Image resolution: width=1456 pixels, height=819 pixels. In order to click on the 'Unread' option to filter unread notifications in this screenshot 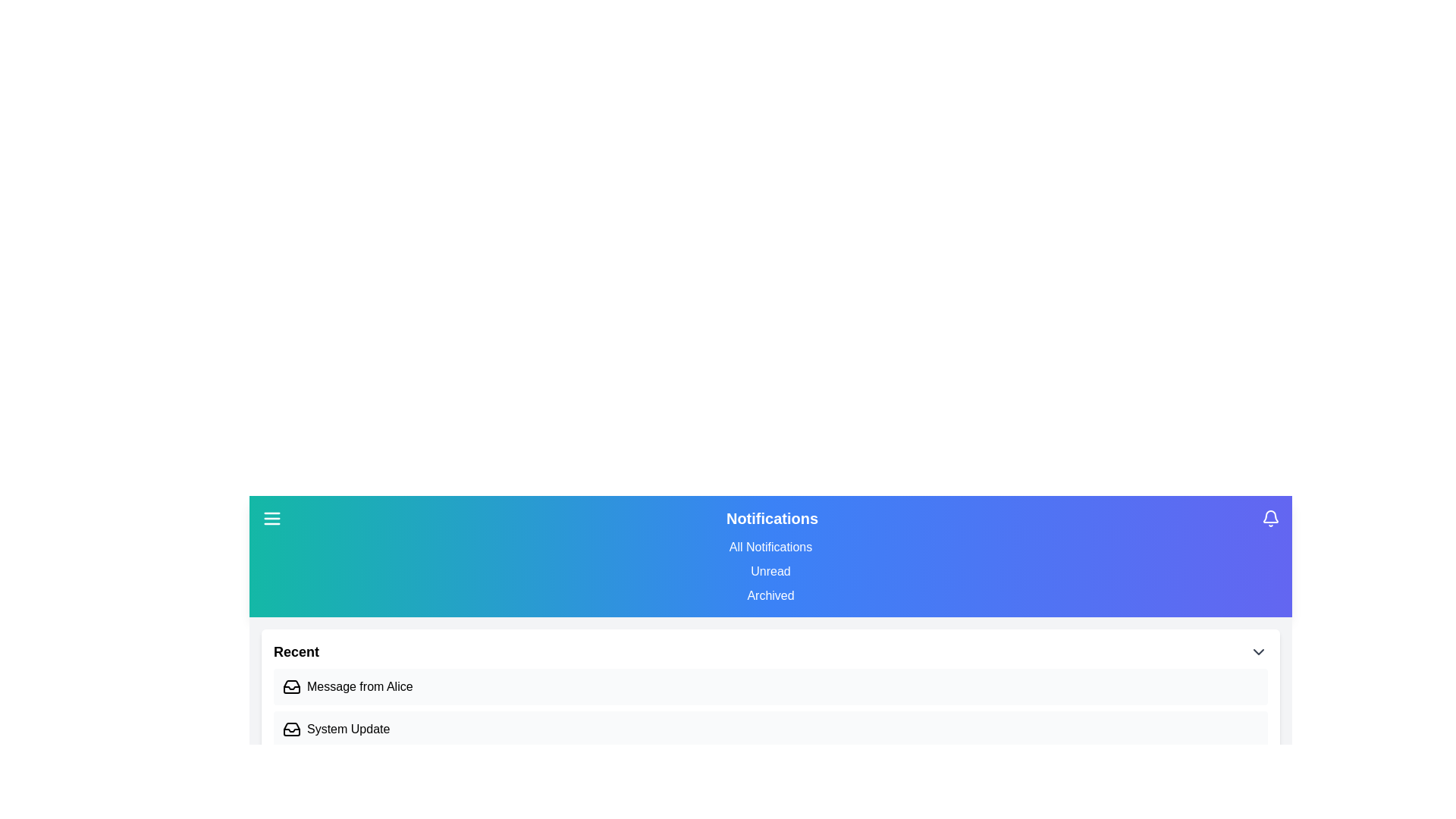, I will do `click(770, 571)`.